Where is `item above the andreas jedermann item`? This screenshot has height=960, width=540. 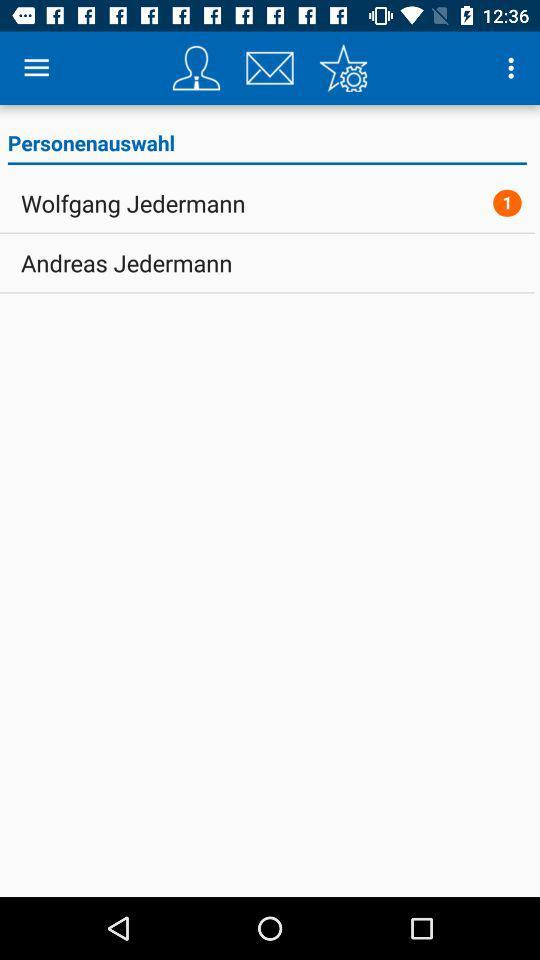 item above the andreas jedermann item is located at coordinates (133, 203).